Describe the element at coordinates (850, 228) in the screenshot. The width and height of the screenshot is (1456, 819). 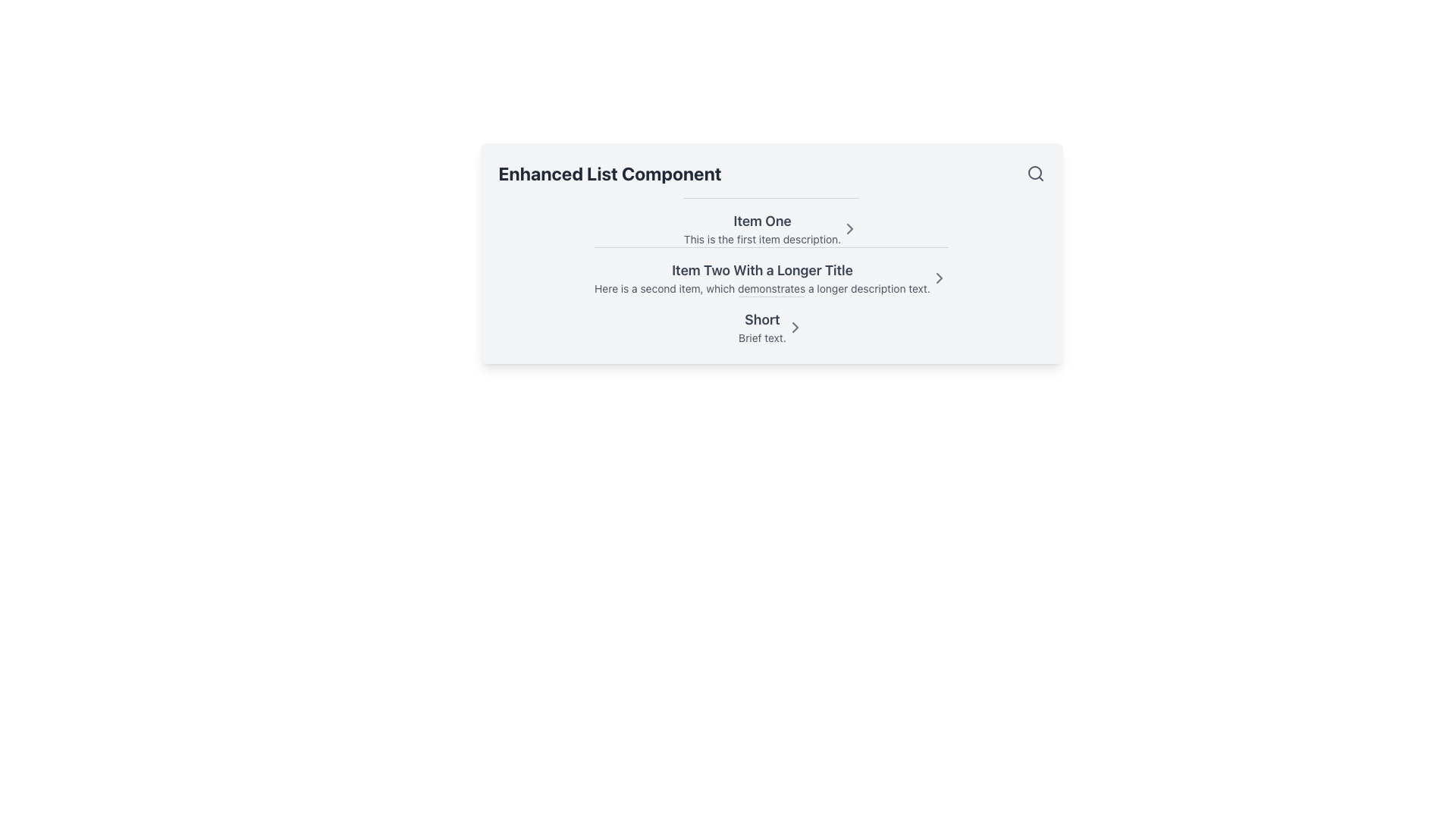
I see `the icon positioned at the right-most edge of the 'Item One' entry` at that location.